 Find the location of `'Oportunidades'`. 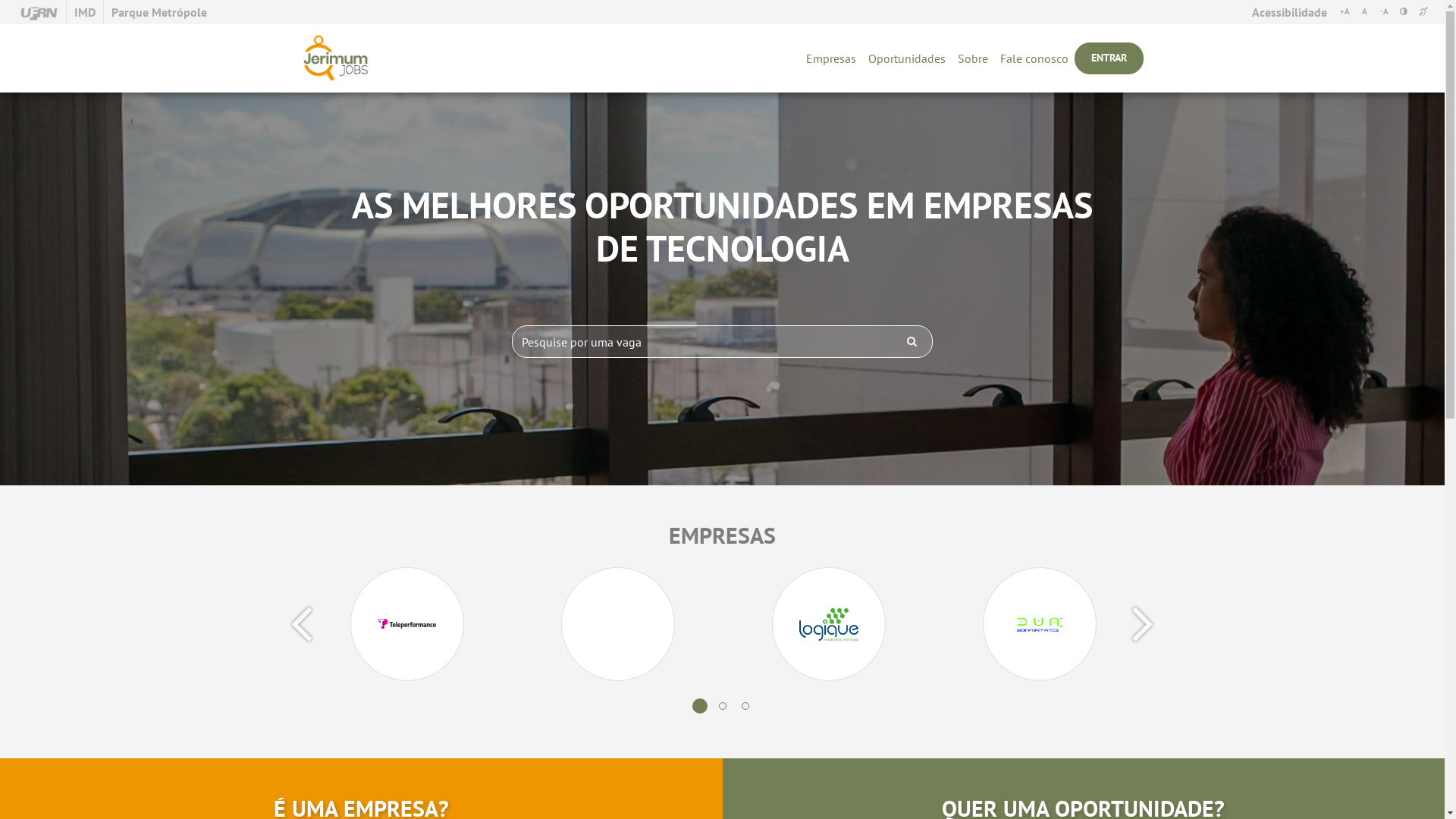

'Oportunidades' is located at coordinates (906, 58).